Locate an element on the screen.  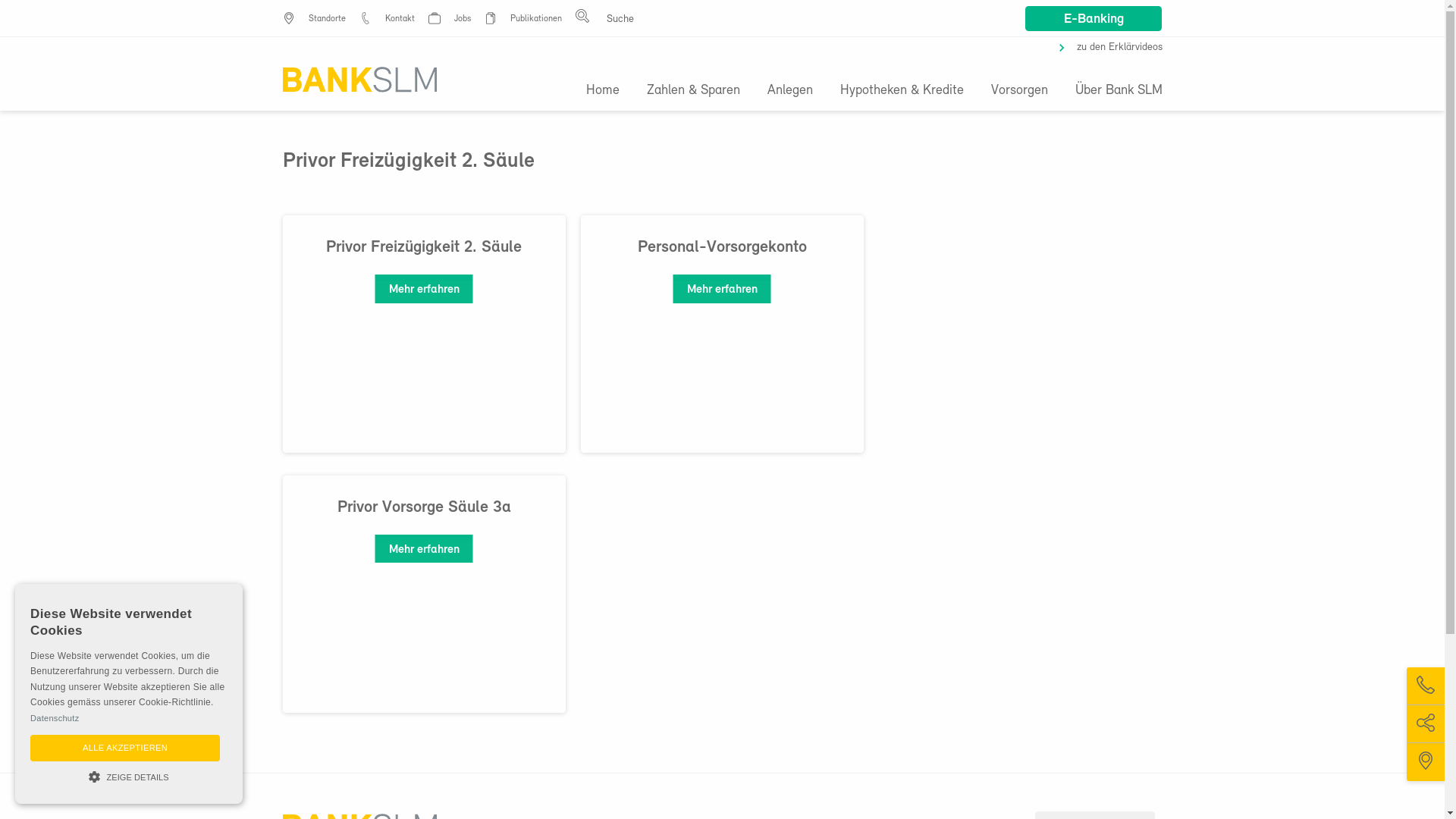
'Hypotheken & Kredite' is located at coordinates (902, 90).